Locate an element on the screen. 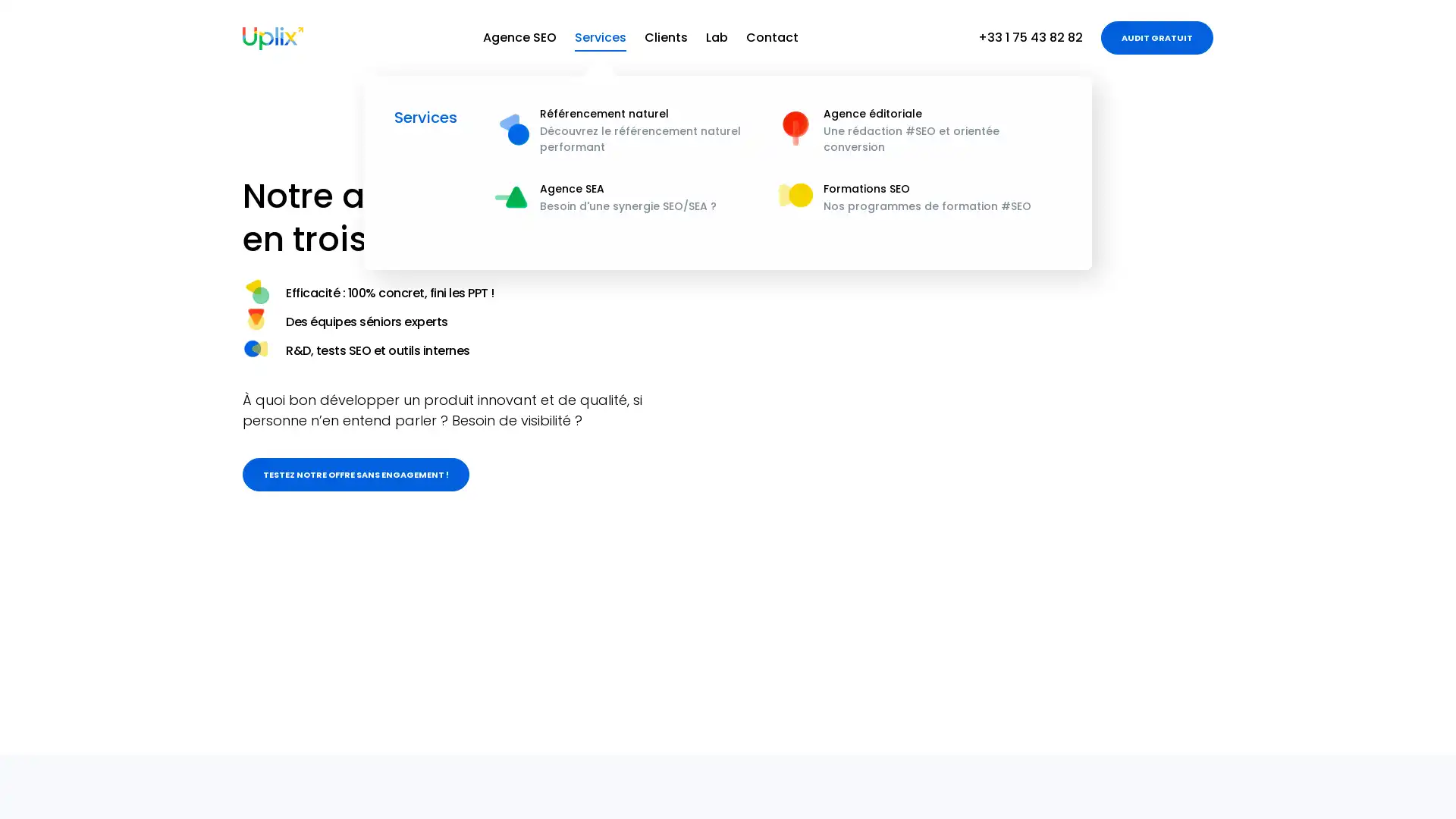 The height and width of the screenshot is (819, 1456). Non merci is located at coordinates (1175, 742).